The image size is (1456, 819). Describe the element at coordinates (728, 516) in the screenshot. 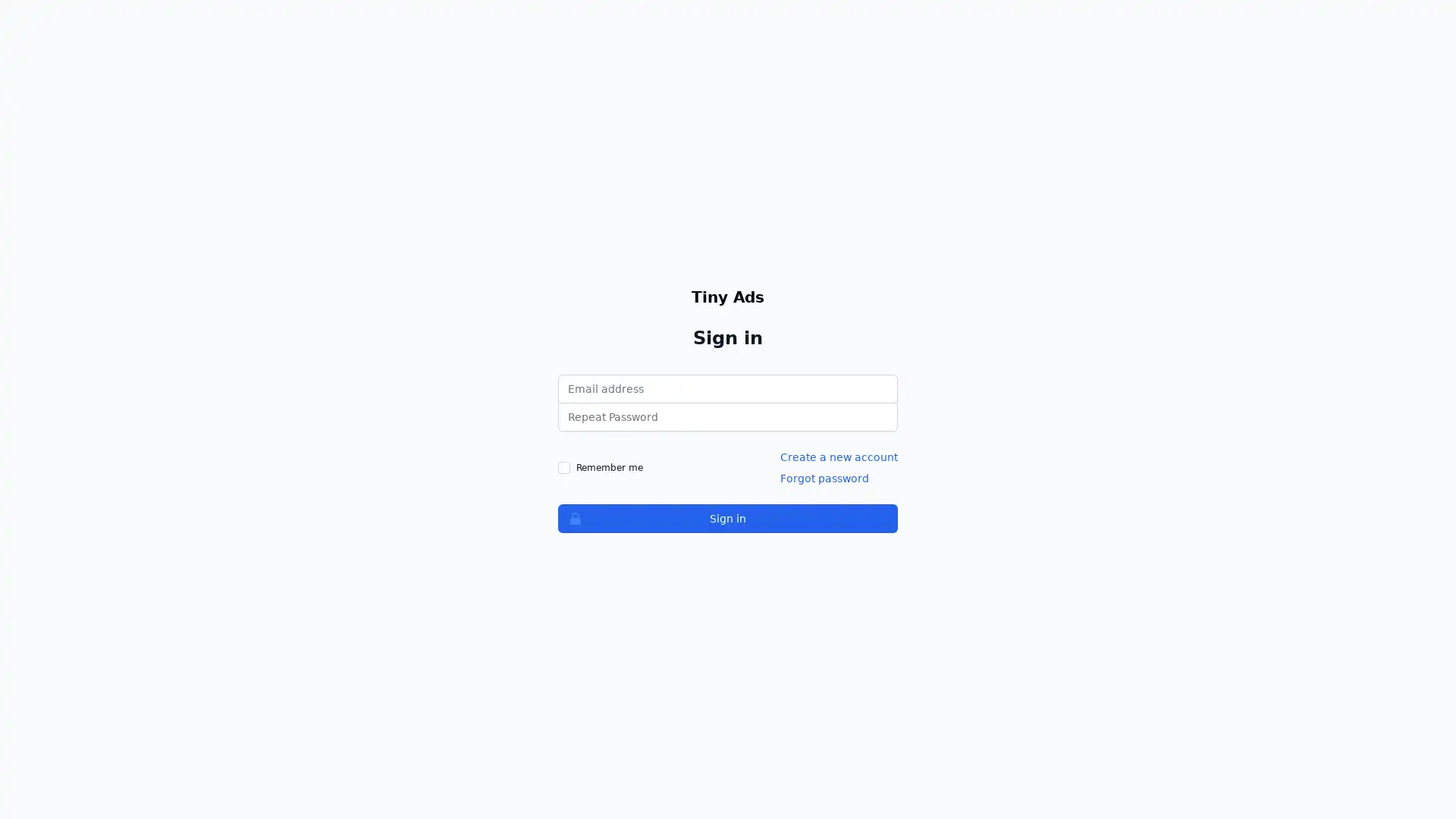

I see `Sign in` at that location.